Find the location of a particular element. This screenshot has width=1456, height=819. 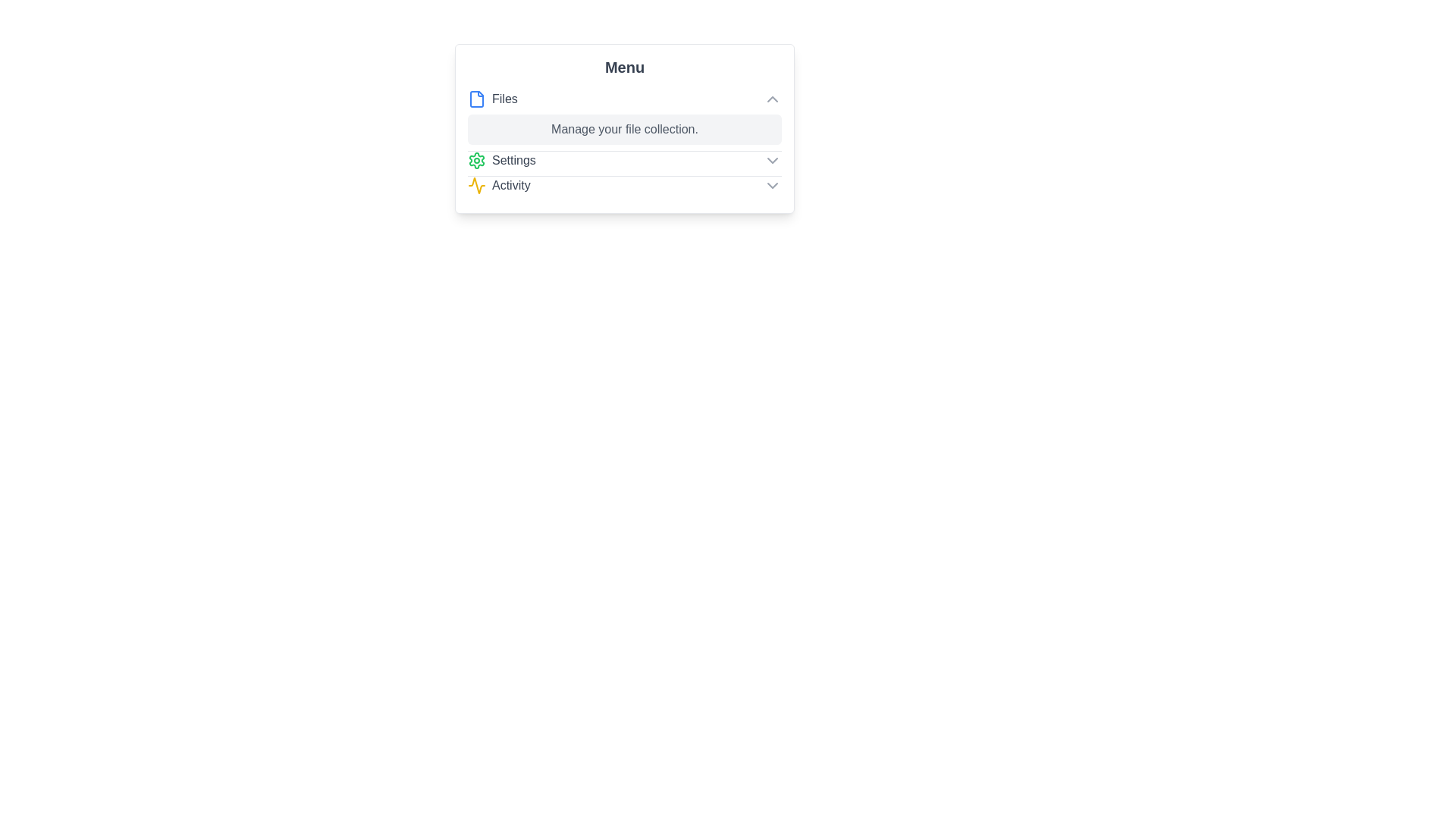

the menu item Files is located at coordinates (625, 99).